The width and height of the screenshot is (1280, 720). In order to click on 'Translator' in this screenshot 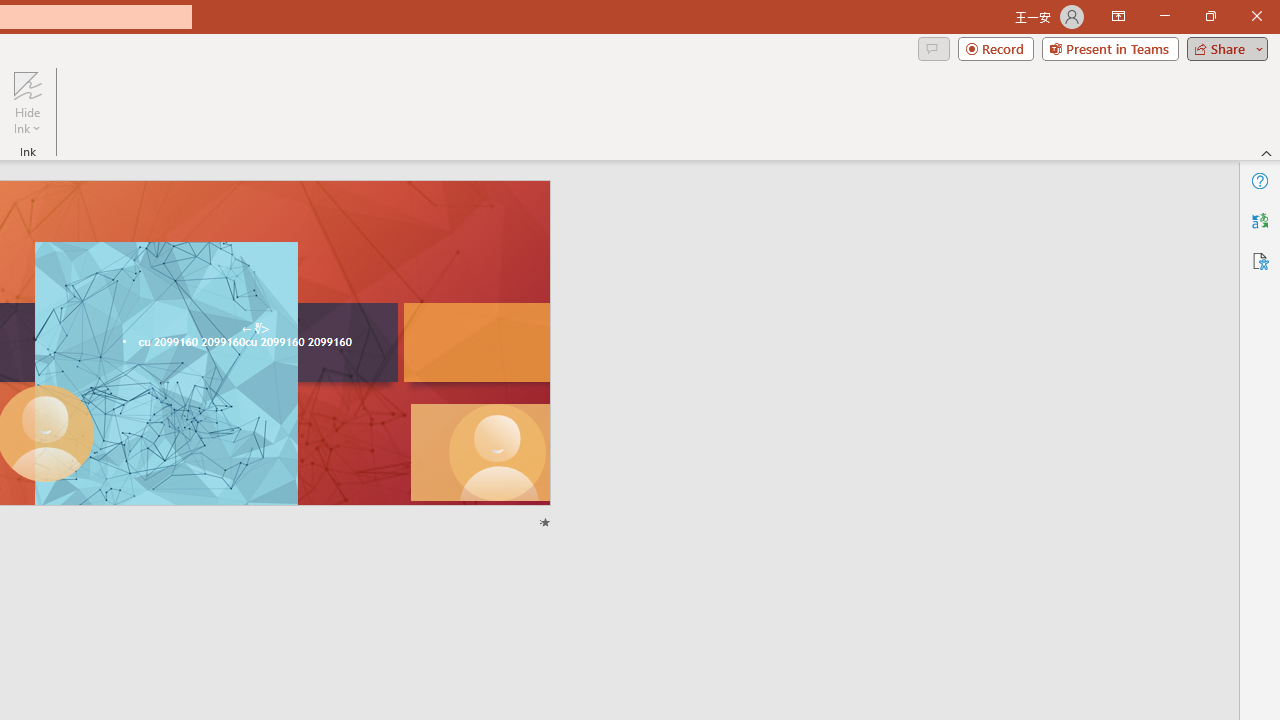, I will do `click(1259, 221)`.